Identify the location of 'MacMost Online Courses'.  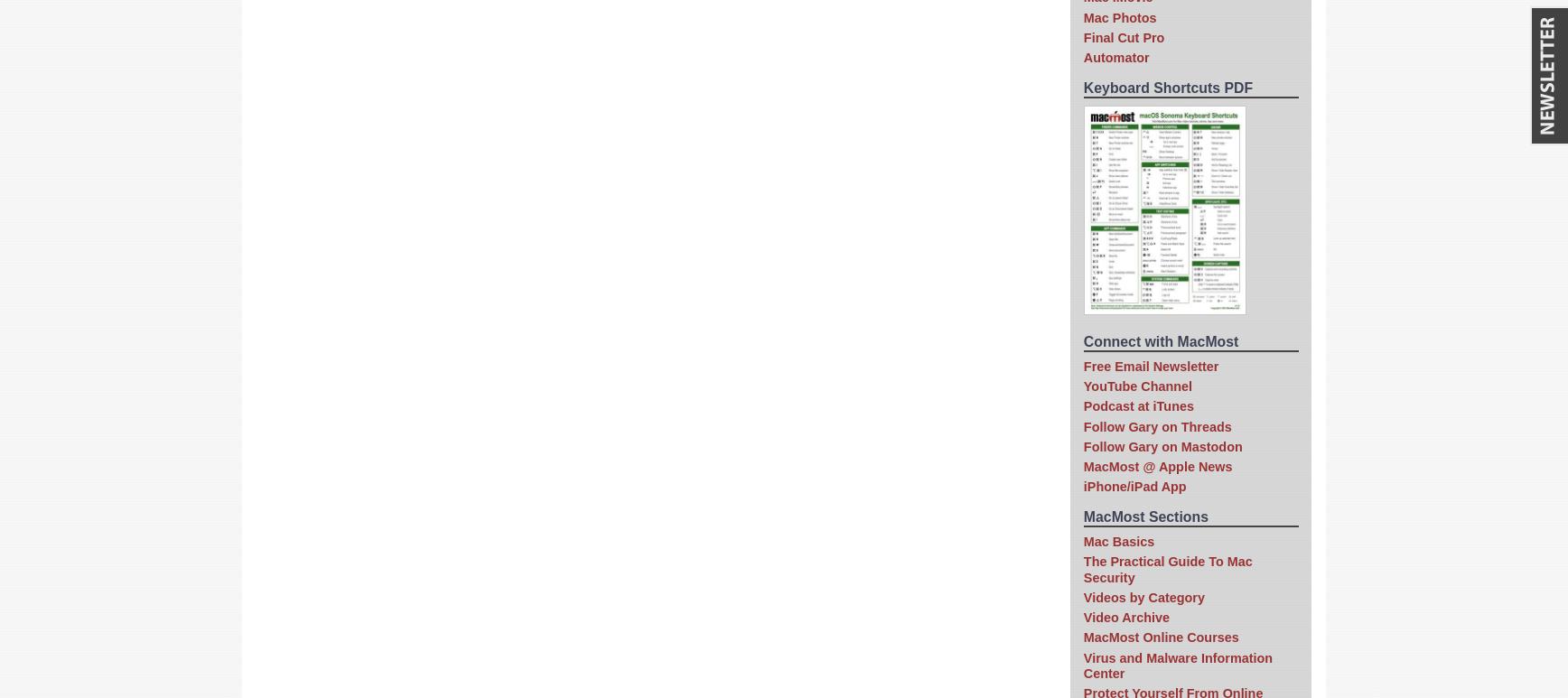
(1083, 637).